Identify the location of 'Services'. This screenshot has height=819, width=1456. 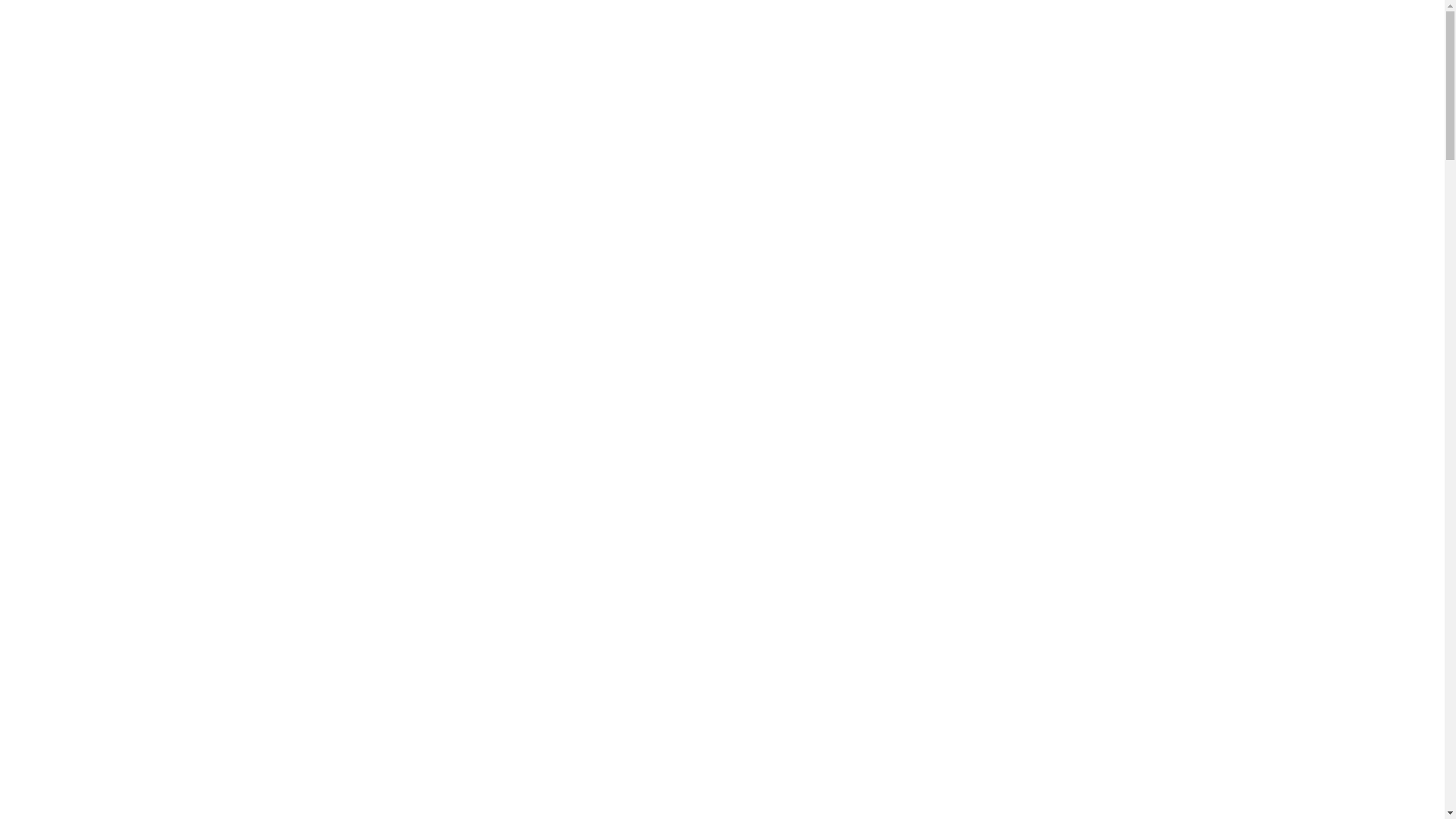
(58, 705).